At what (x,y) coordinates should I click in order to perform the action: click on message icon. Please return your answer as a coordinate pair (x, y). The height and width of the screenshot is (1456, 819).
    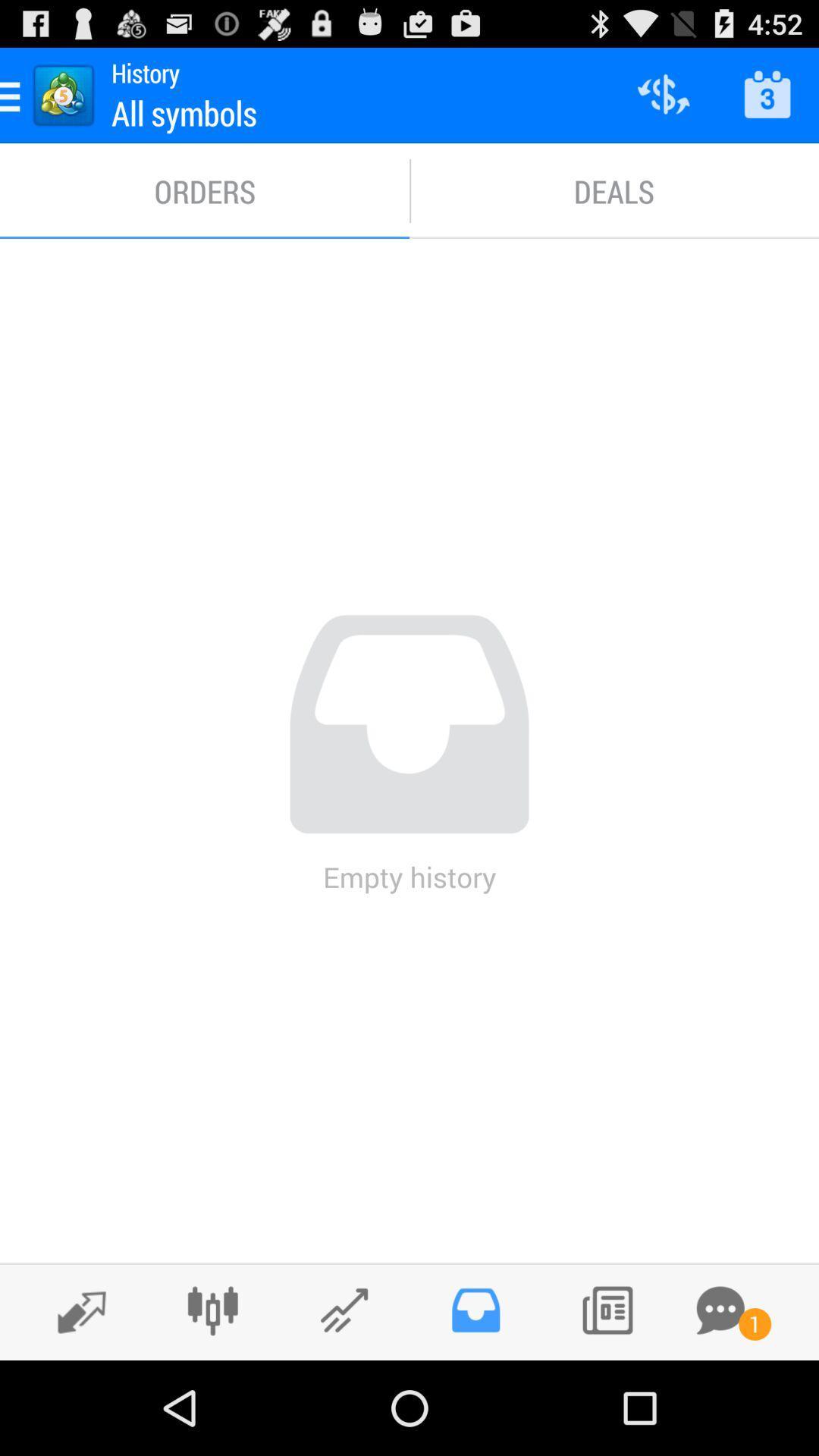
    Looking at the image, I should click on (720, 1310).